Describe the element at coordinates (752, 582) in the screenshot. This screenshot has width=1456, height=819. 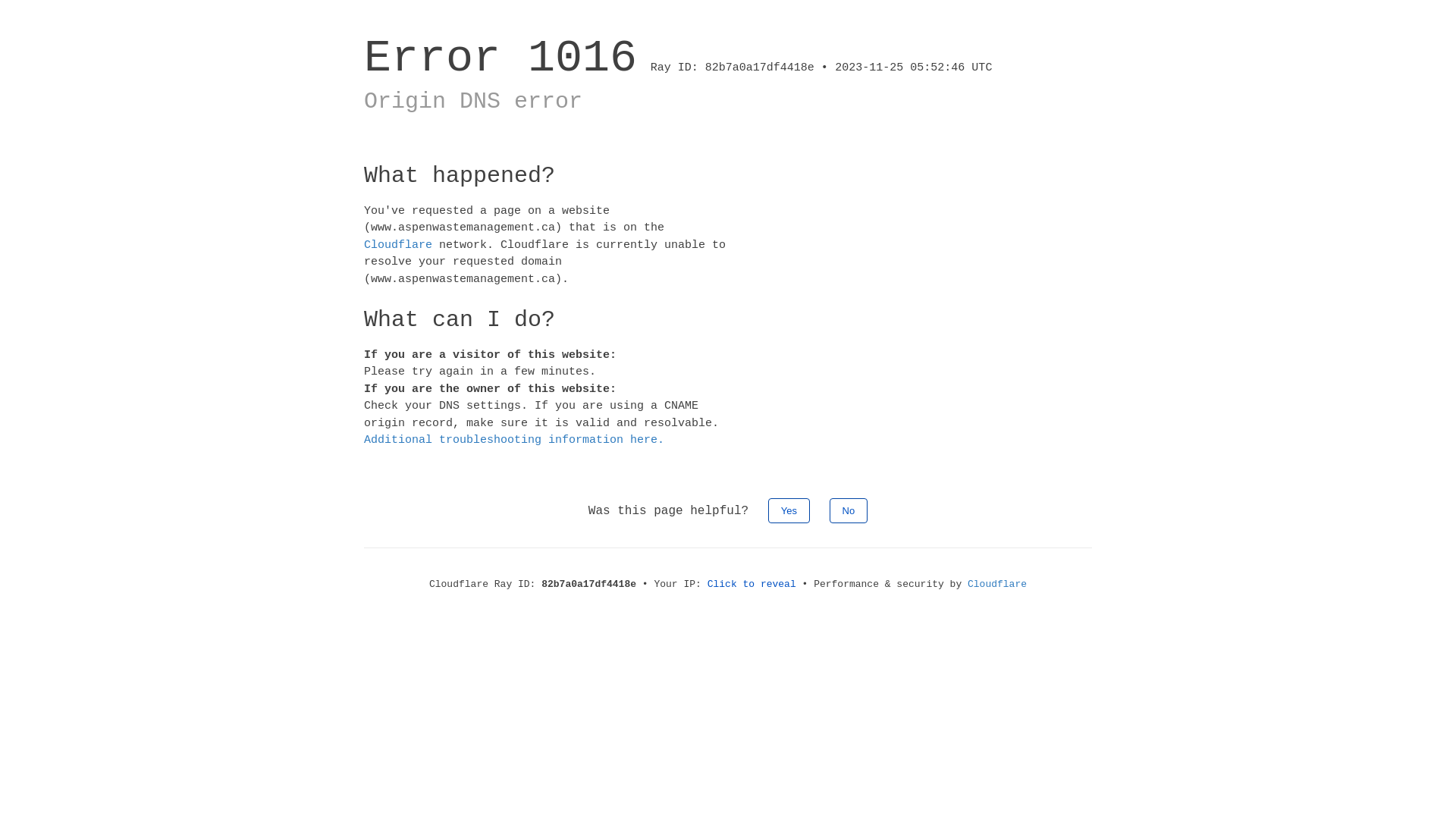
I see `'Click to reveal'` at that location.